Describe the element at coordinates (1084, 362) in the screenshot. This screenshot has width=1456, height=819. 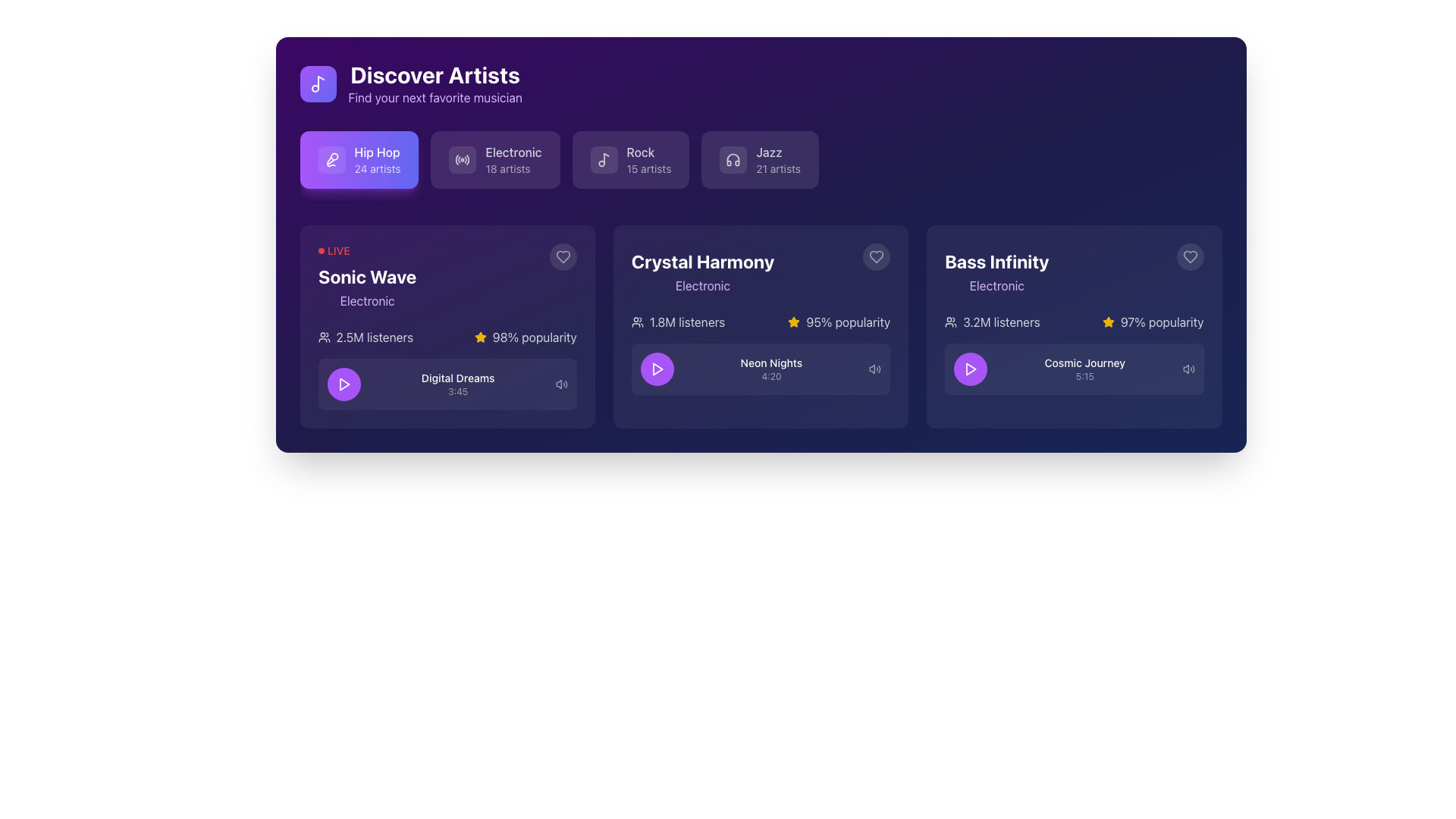
I see `the text label displaying 'Cosmic Journey' located in the 'Bass Infinity' section, positioned near the center of the card under the play button` at that location.